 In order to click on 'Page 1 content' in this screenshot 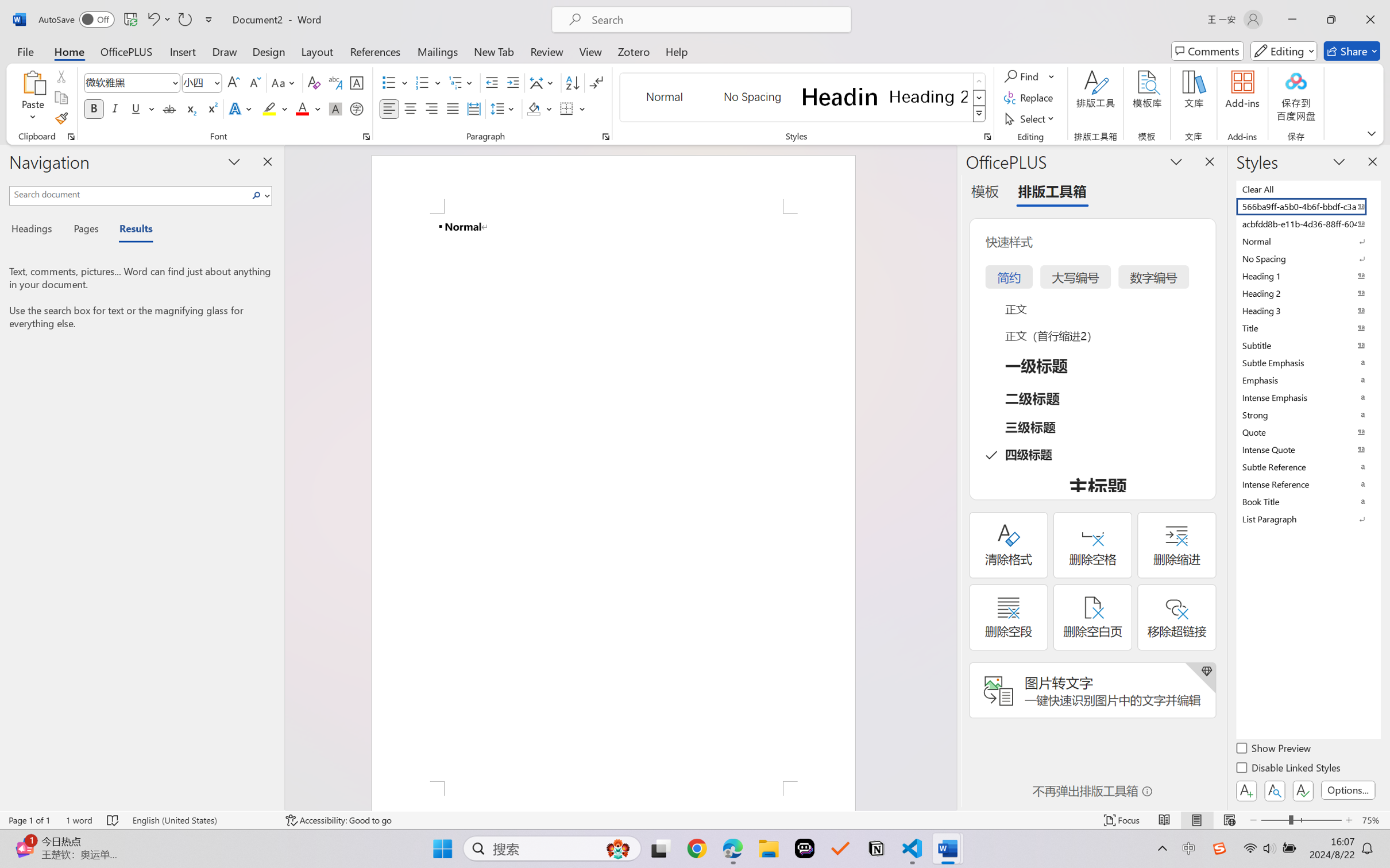, I will do `click(613, 497)`.